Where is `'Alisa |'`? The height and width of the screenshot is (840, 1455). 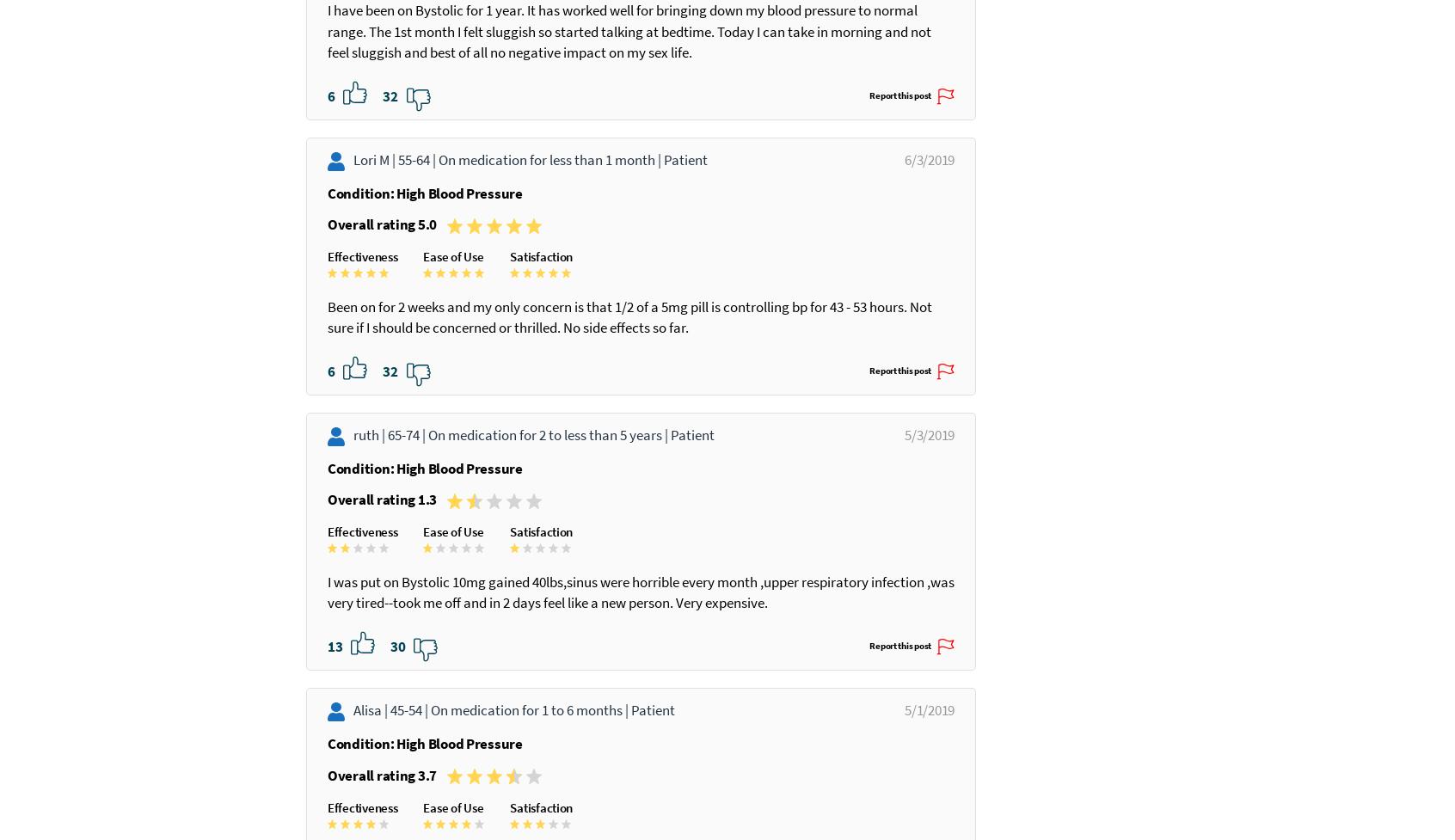 'Alisa |' is located at coordinates (353, 792).